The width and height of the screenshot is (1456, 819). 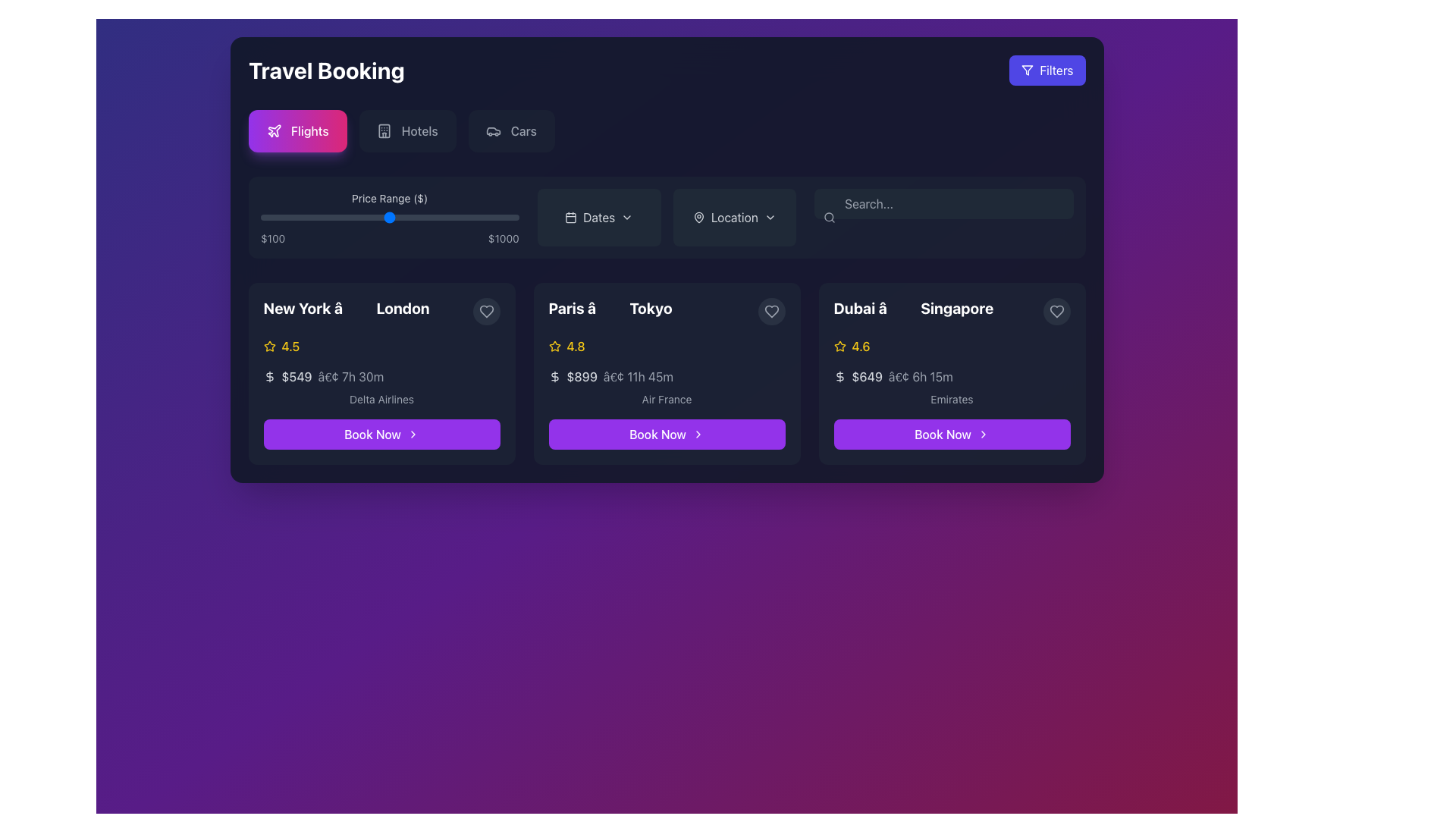 What do you see at coordinates (297, 130) in the screenshot?
I see `the rectangular button labeled 'Flights', which has a gradient background from purple to pink and an airplane icon on the left` at bounding box center [297, 130].